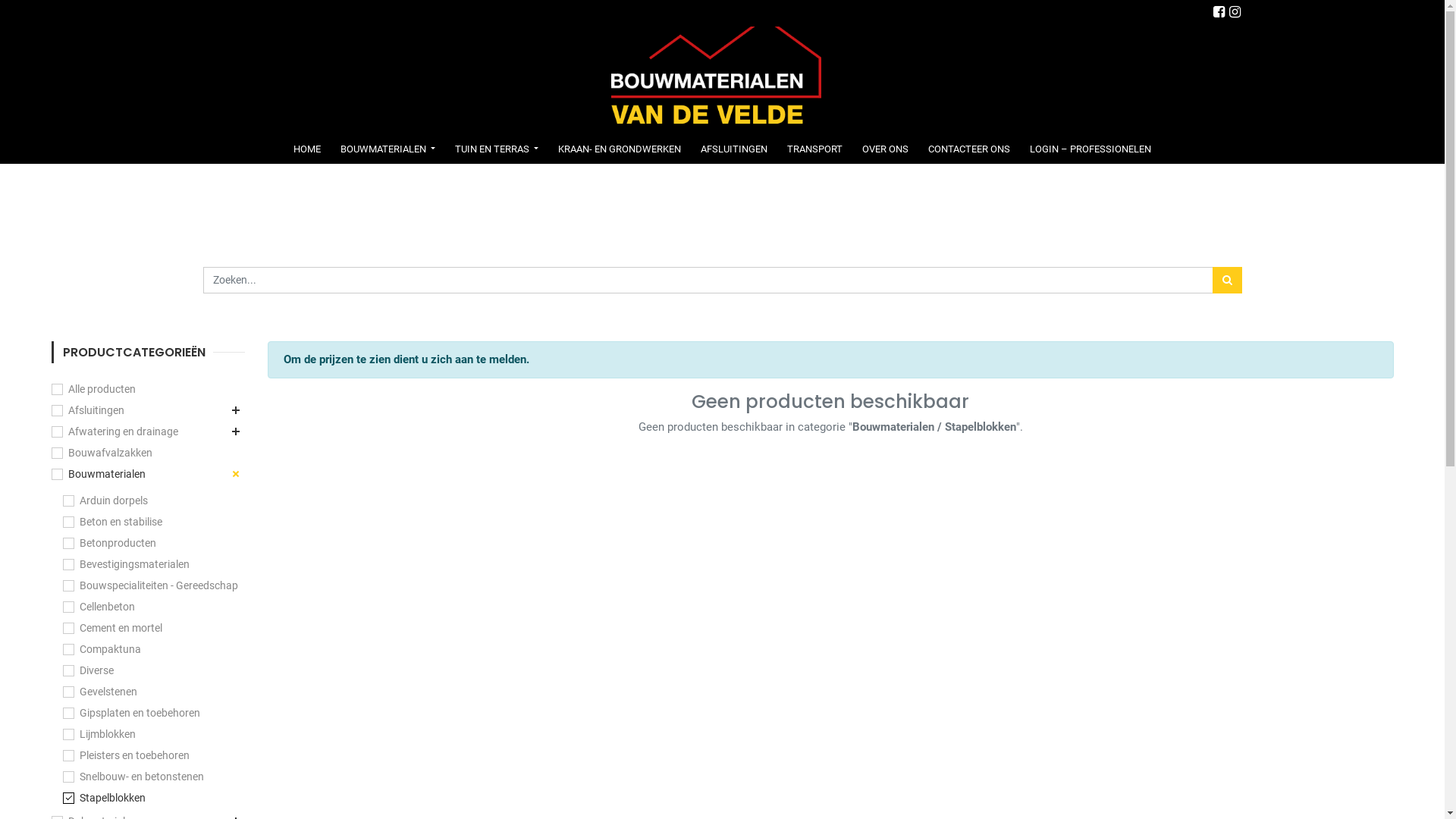  I want to click on 'AFSLUITINGEN', so click(734, 149).